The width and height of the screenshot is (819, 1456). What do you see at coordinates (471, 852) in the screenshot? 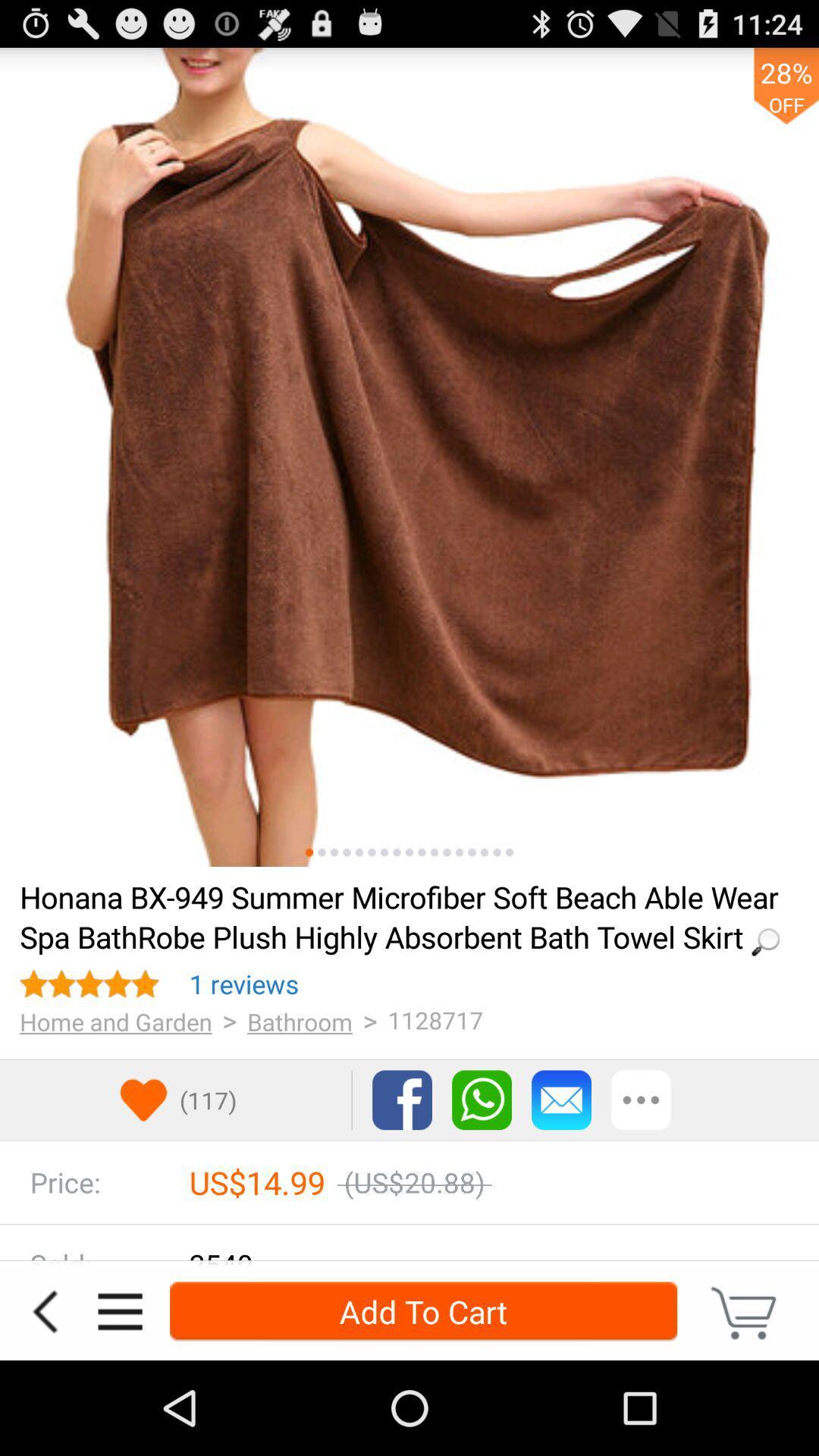
I see `scroll next image` at bounding box center [471, 852].